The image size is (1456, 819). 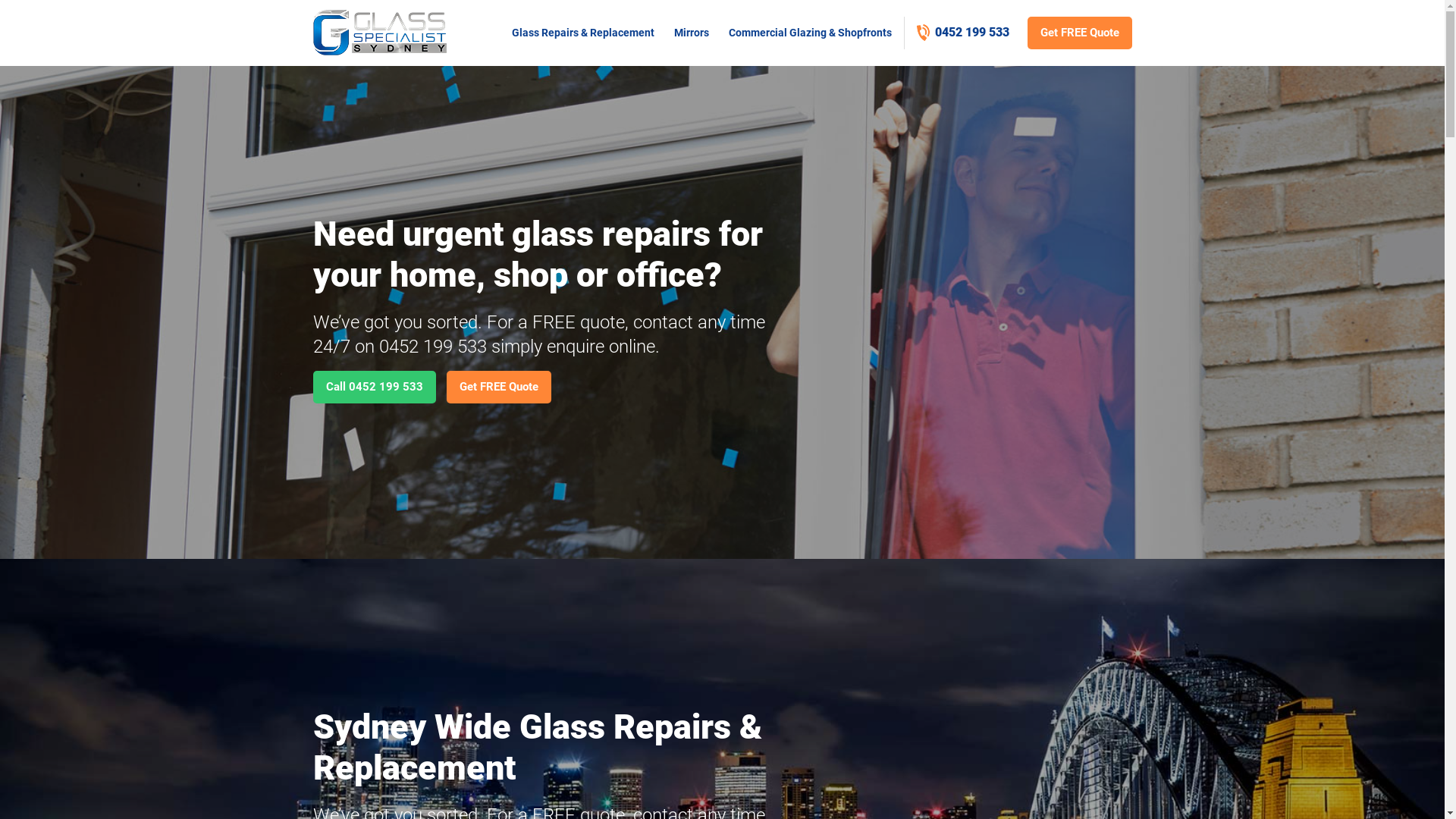 I want to click on 'Get FREE Quote', so click(x=498, y=386).